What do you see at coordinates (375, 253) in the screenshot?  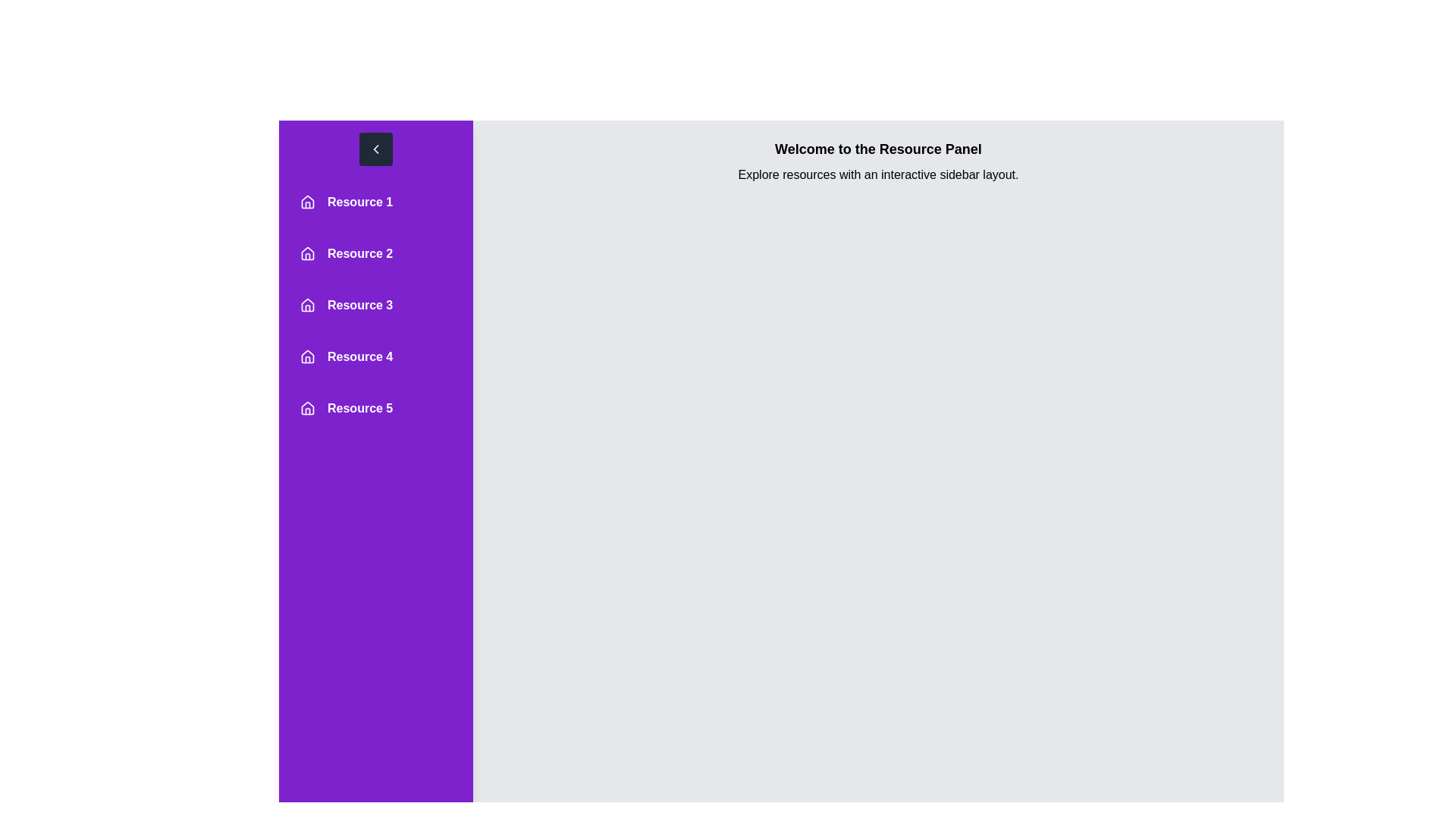 I see `the resource entry corresponding to Resource 2` at bounding box center [375, 253].